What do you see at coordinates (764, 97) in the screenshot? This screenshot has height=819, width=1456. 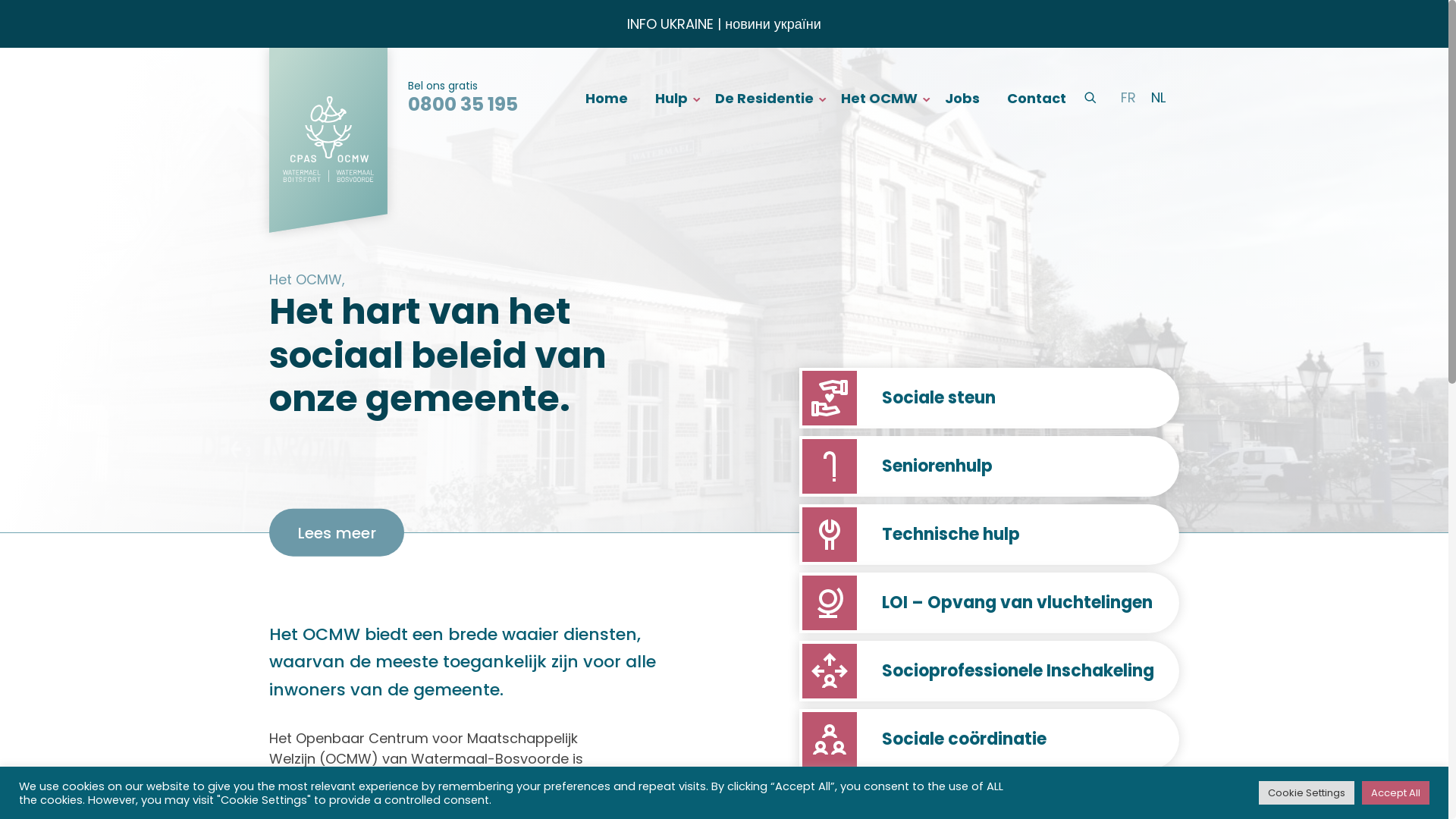 I see `'De Residentie'` at bounding box center [764, 97].